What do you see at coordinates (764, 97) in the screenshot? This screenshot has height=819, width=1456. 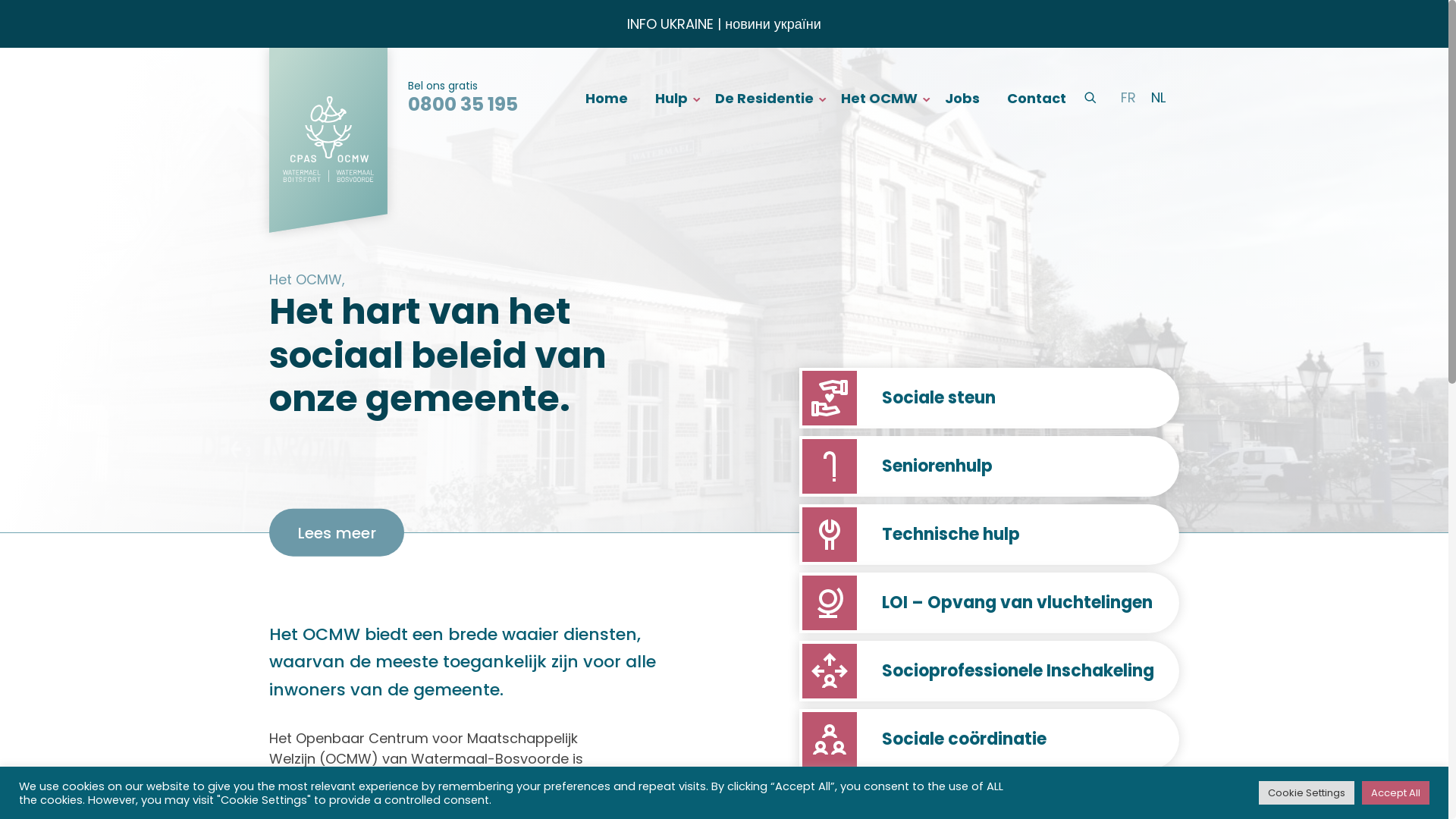 I see `'De Residentie'` at bounding box center [764, 97].